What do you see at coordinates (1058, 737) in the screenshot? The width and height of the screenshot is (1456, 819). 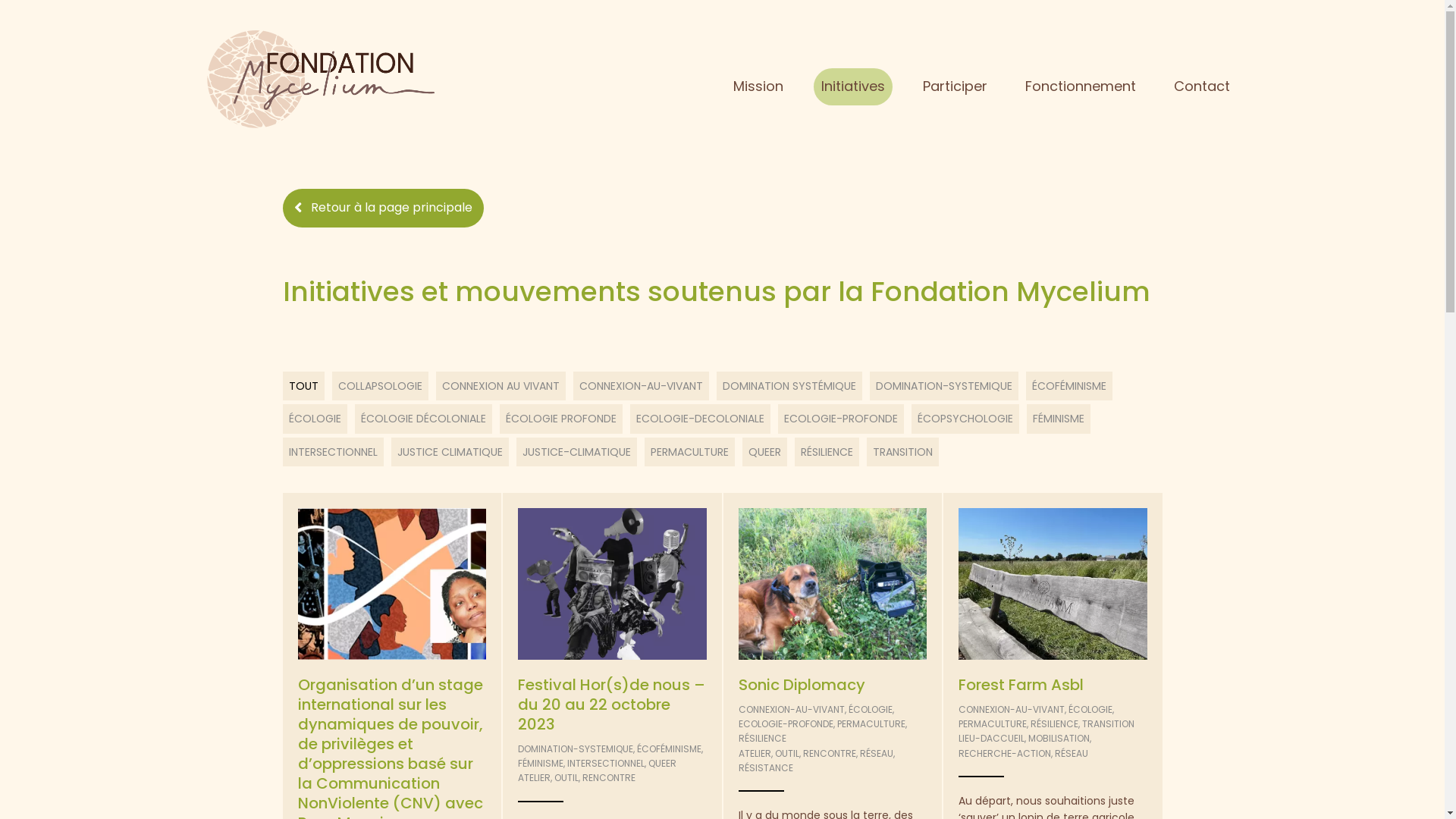 I see `'MOBILISATION'` at bounding box center [1058, 737].